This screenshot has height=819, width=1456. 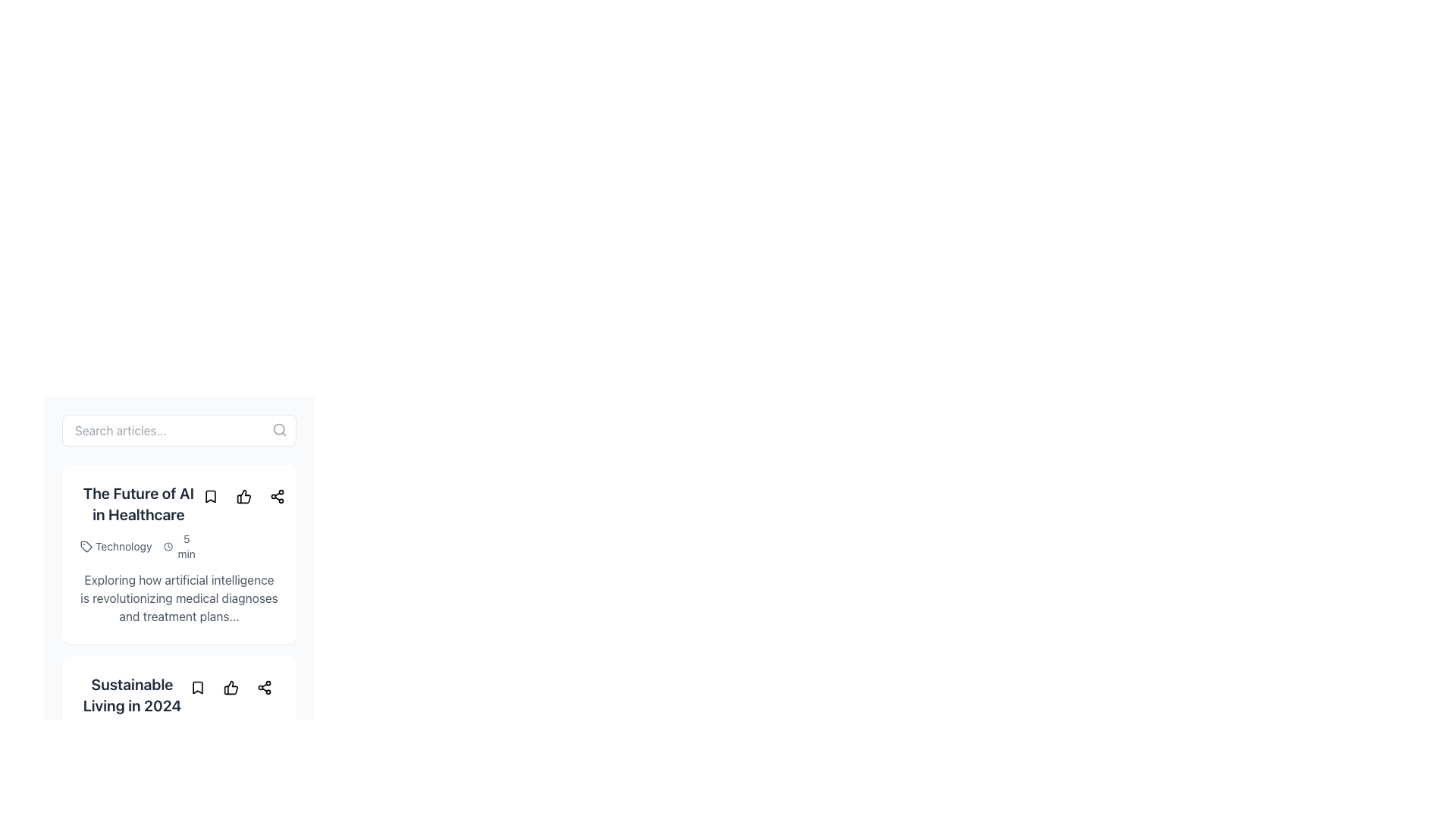 I want to click on the heading text 'The Future of AI in Healthcare', which is styled prominently in bold and larger font, located at the upper section of the article card, so click(x=138, y=504).